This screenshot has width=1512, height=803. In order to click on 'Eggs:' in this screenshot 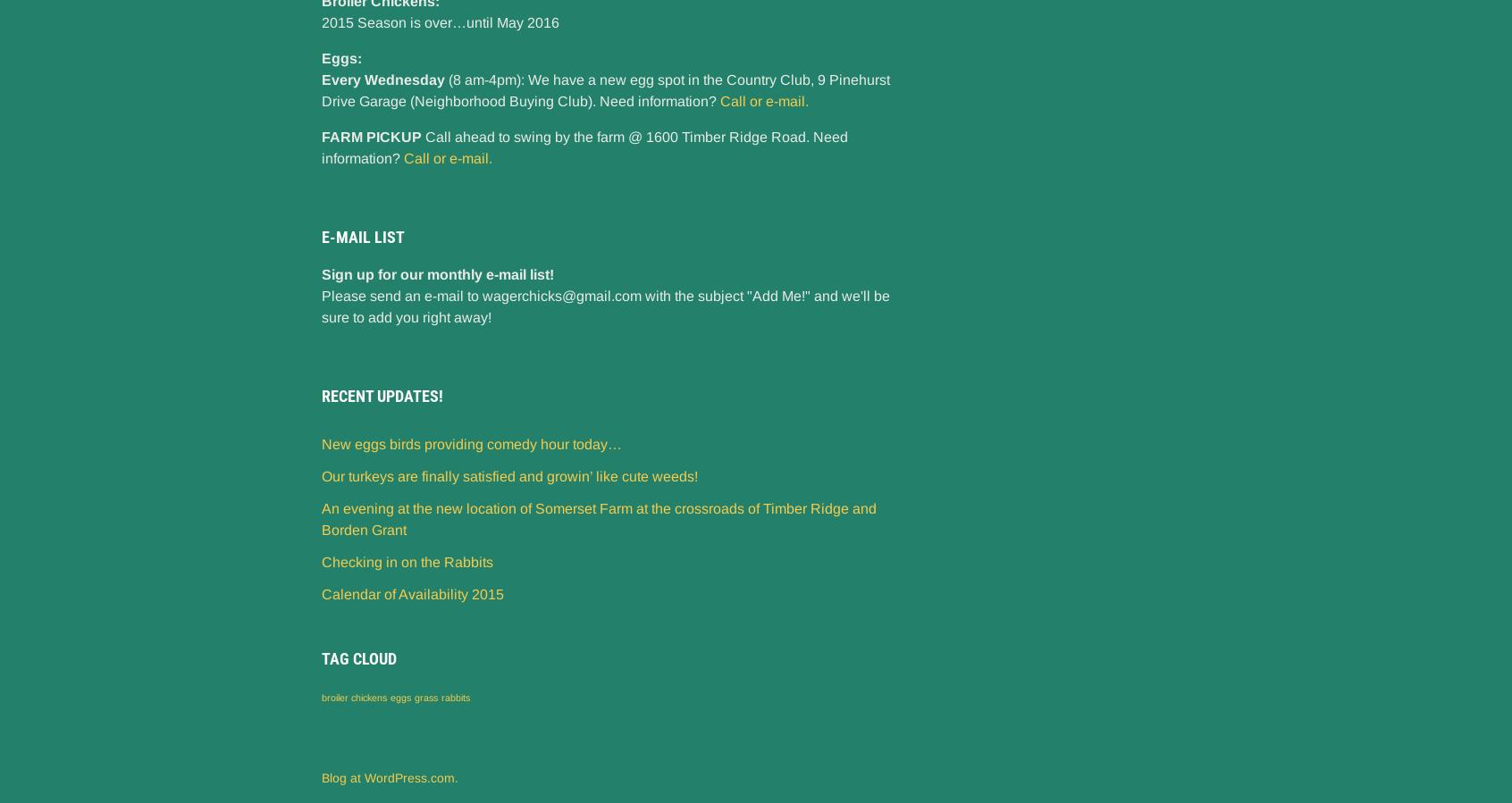, I will do `click(341, 57)`.